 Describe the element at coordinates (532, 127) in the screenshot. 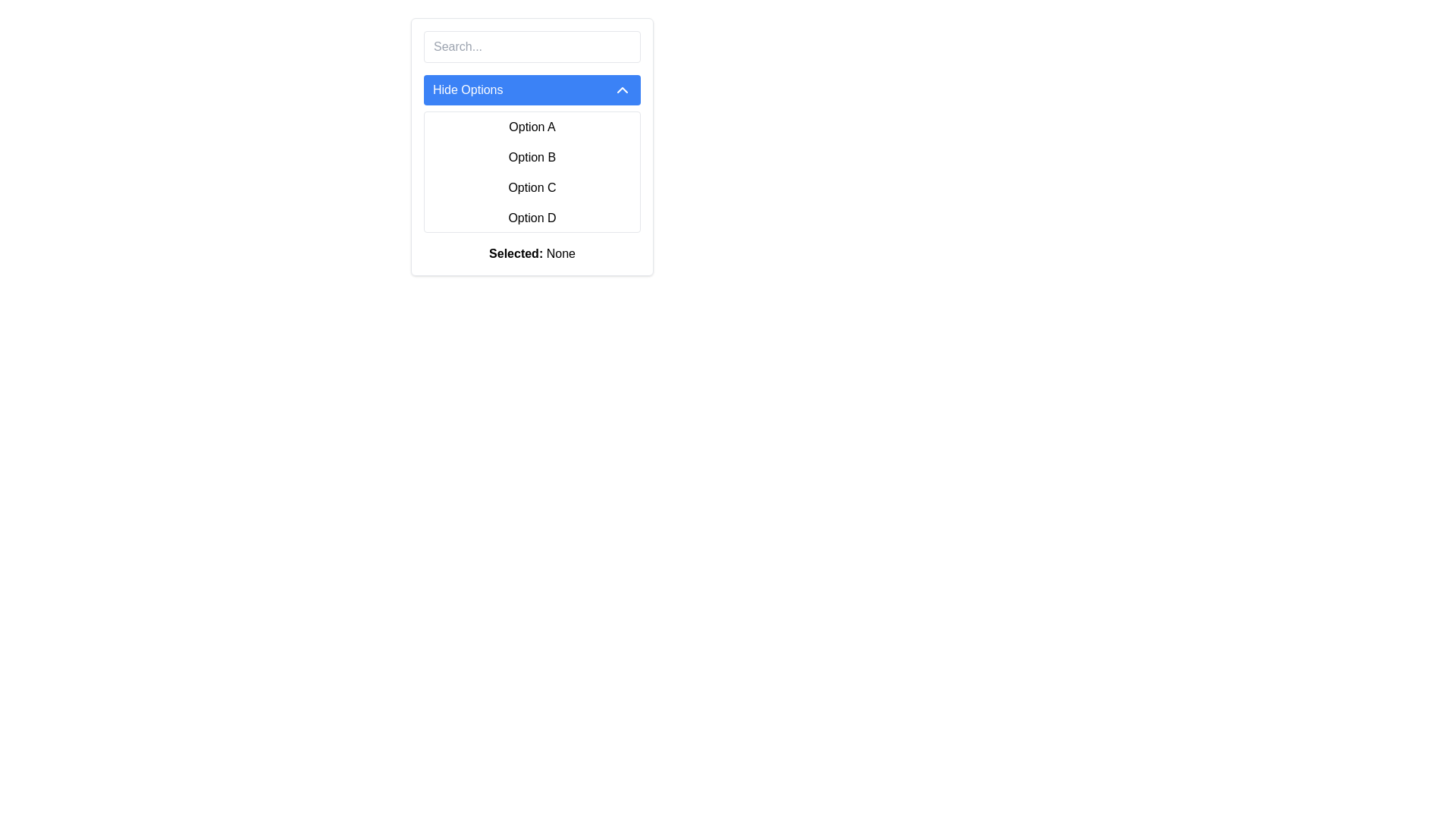

I see `the first list item labeled 'Option A' that is positioned under the header 'Hide Options'` at that location.